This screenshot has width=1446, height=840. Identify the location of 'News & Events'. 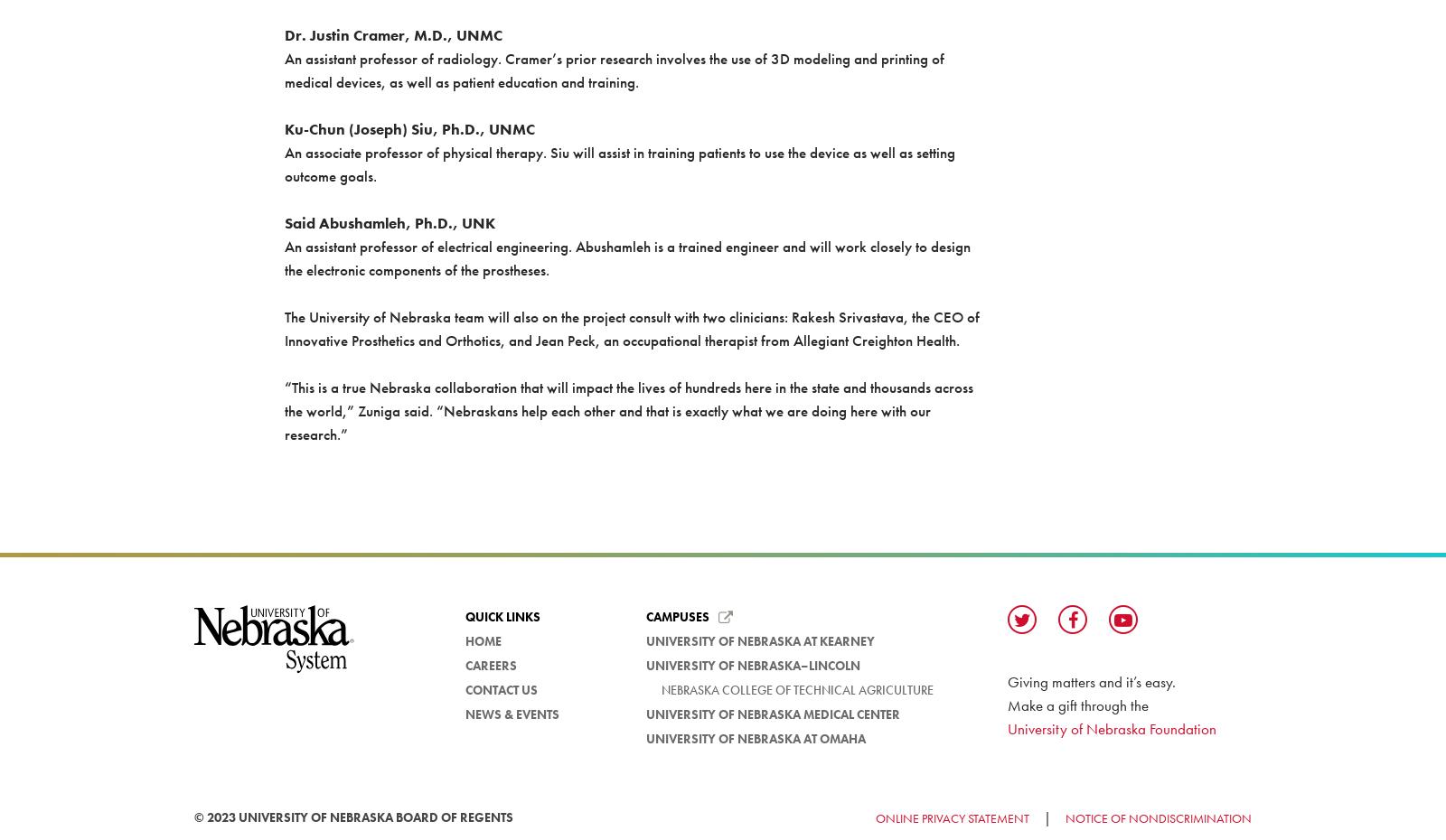
(512, 713).